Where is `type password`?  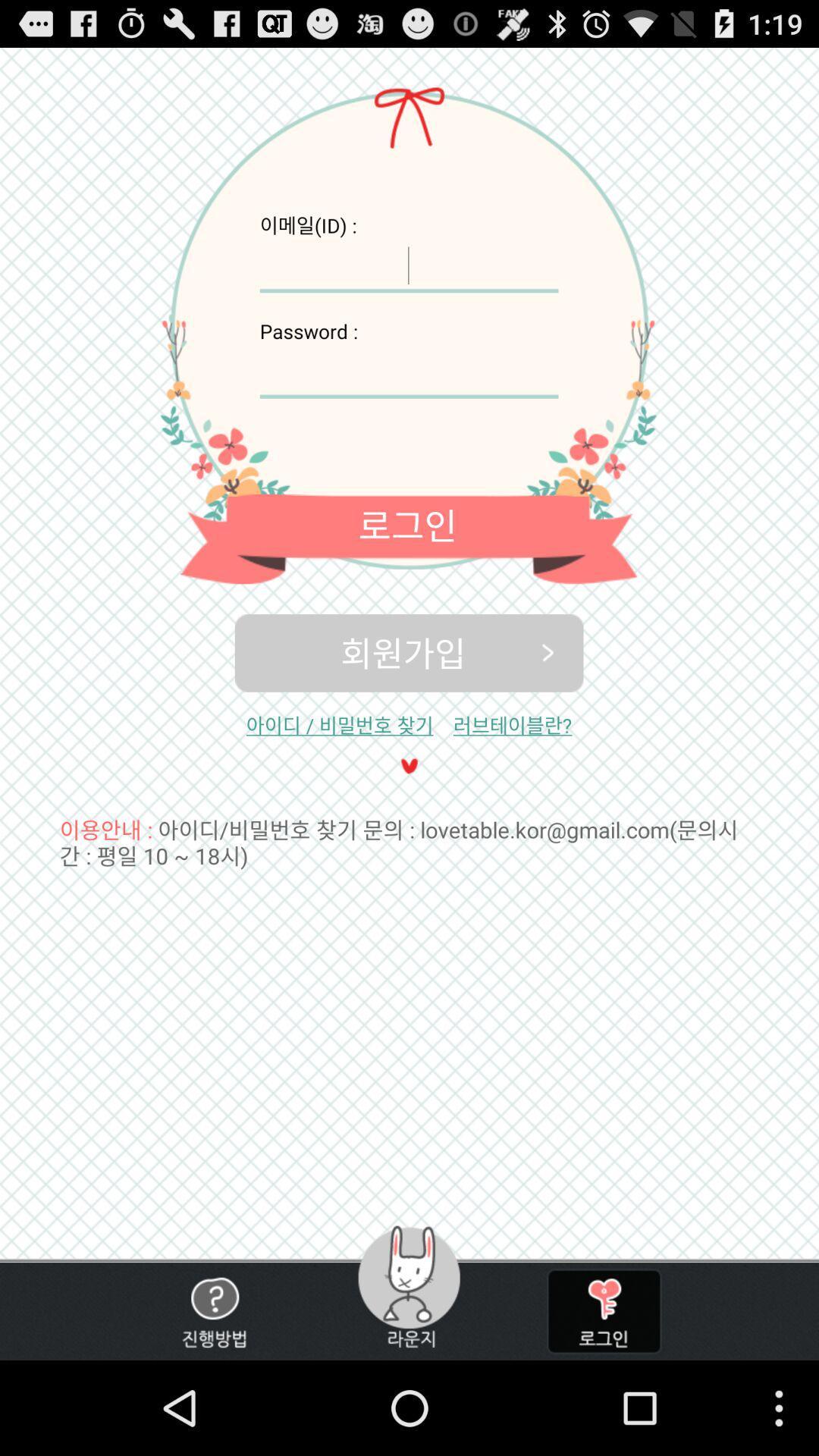
type password is located at coordinates (603, 1310).